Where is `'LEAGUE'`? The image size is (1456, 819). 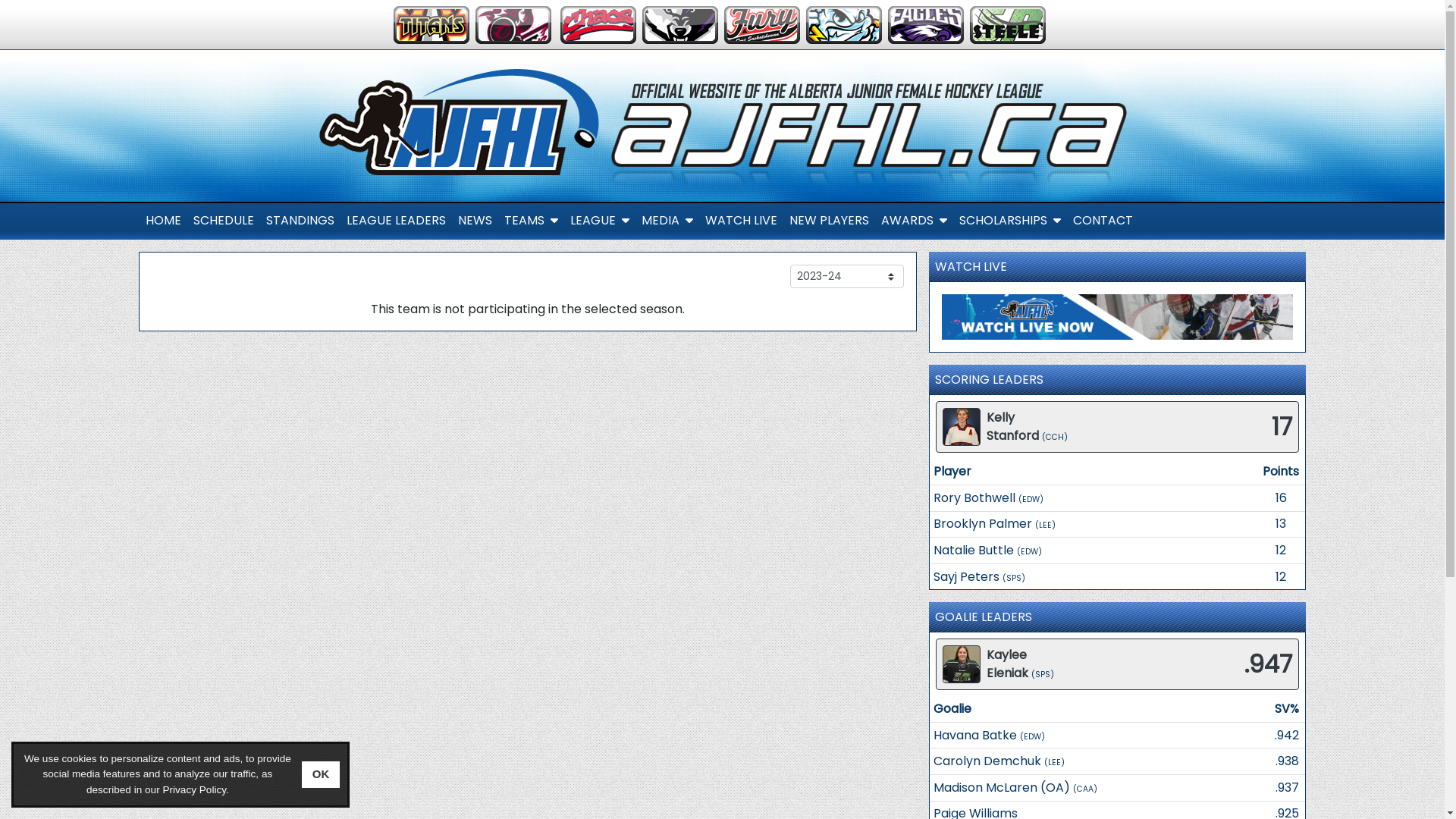 'LEAGUE' is located at coordinates (599, 220).